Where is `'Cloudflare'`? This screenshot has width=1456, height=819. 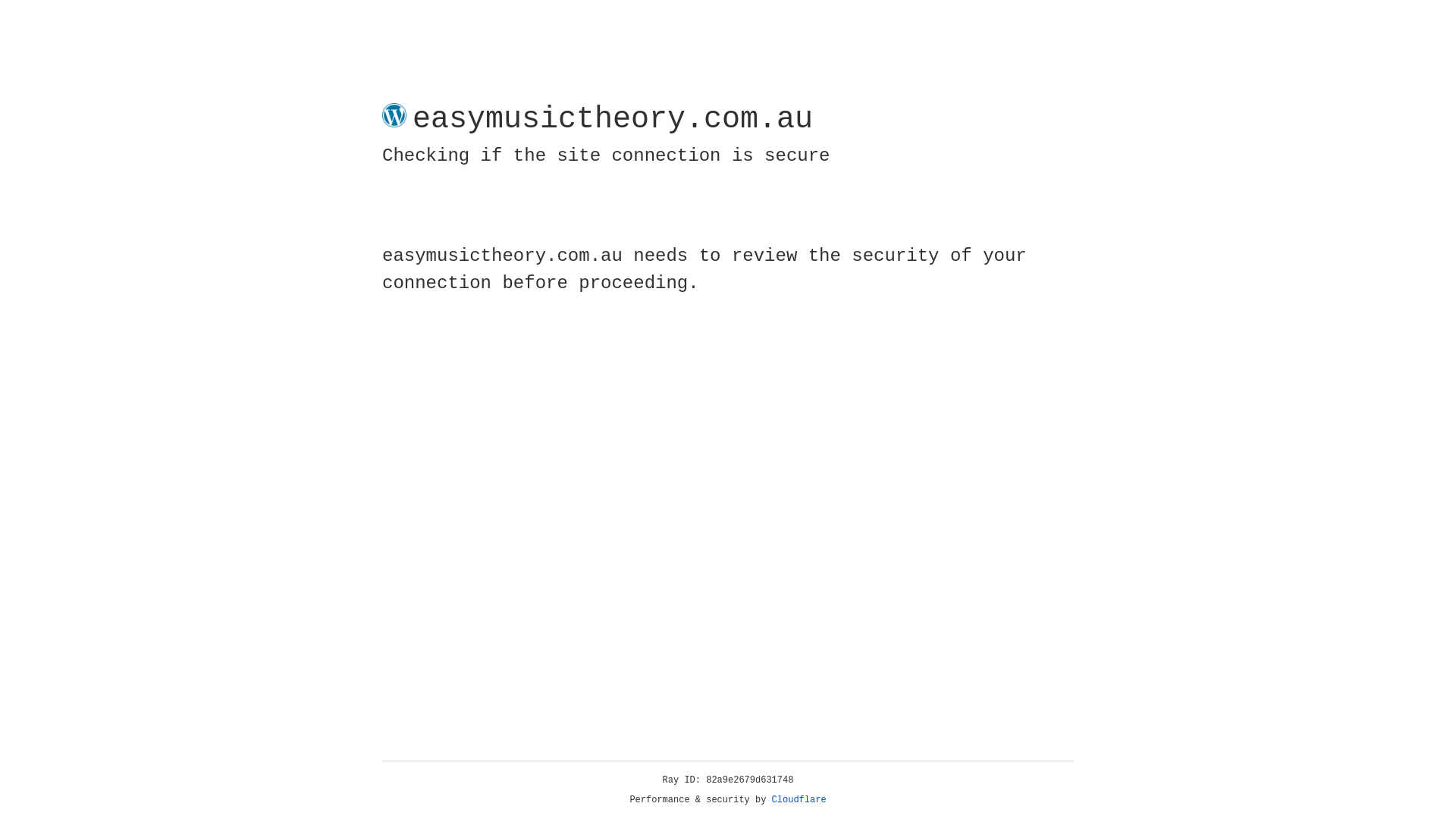
'Cloudflare' is located at coordinates (799, 799).